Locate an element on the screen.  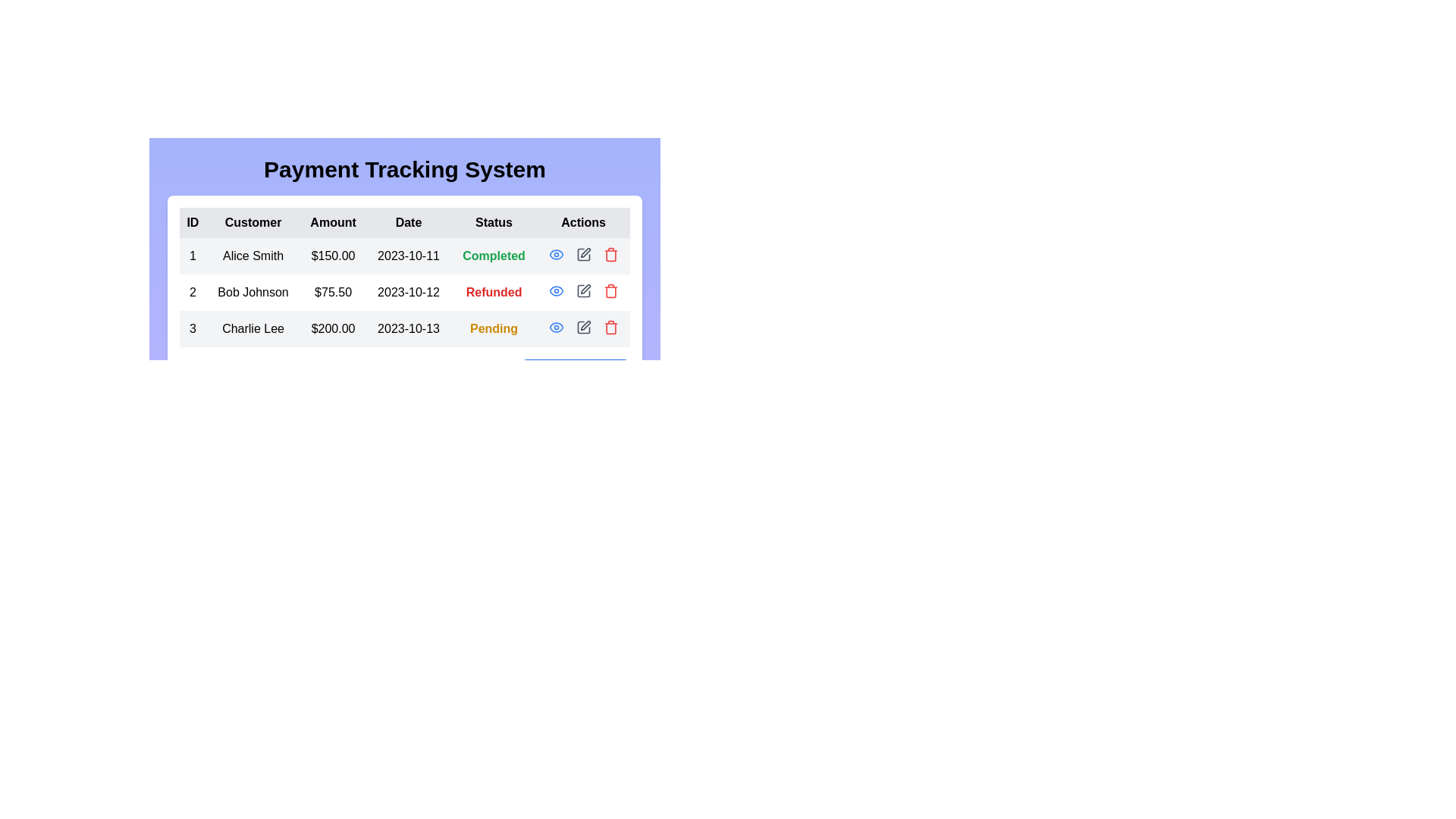
the 'Refunded' status text label in the second row of the data table for the entry 'Bob Johnson' is located at coordinates (494, 292).